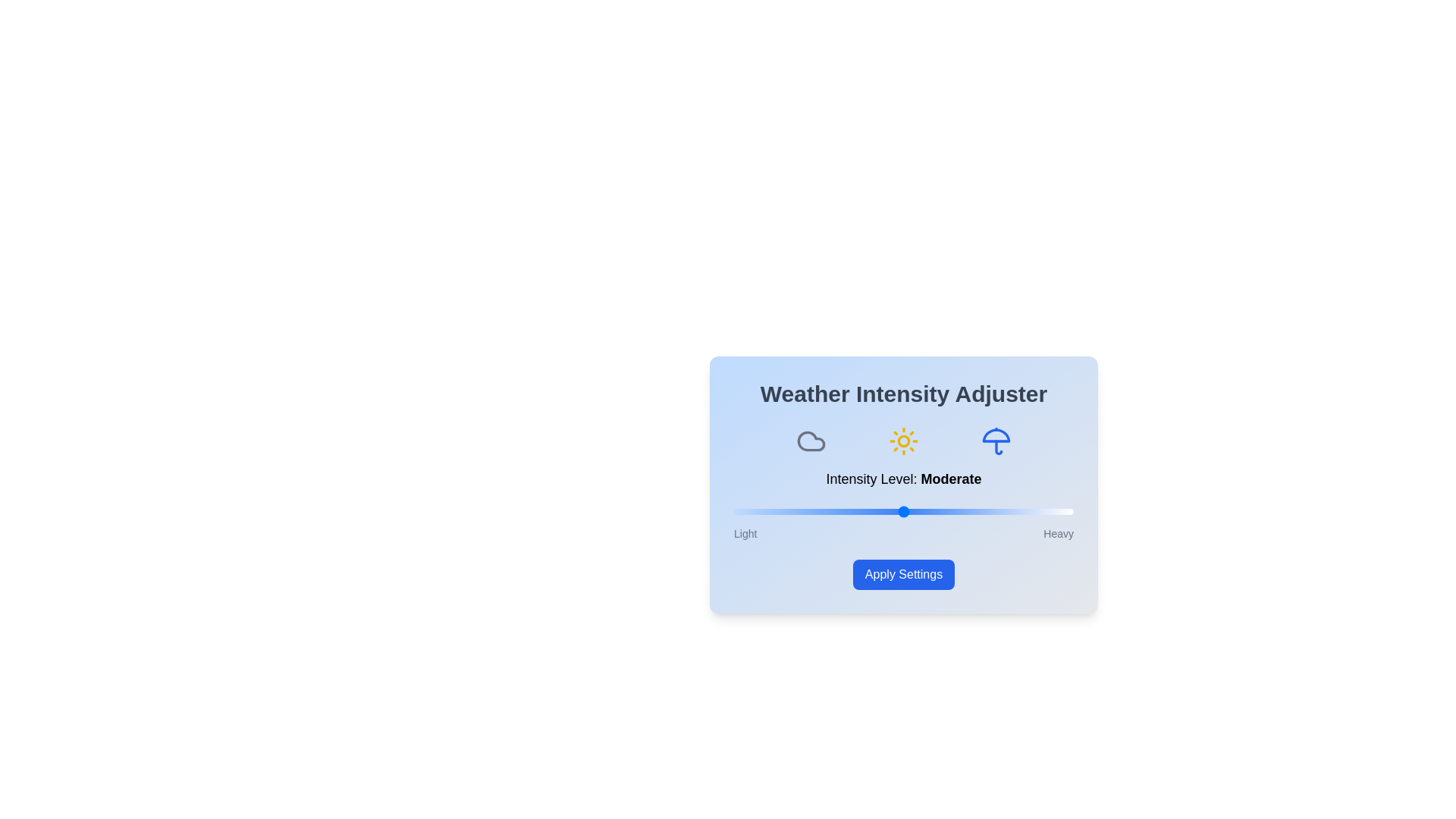  What do you see at coordinates (1062, 512) in the screenshot?
I see `the weather intensity slider to 97%` at bounding box center [1062, 512].